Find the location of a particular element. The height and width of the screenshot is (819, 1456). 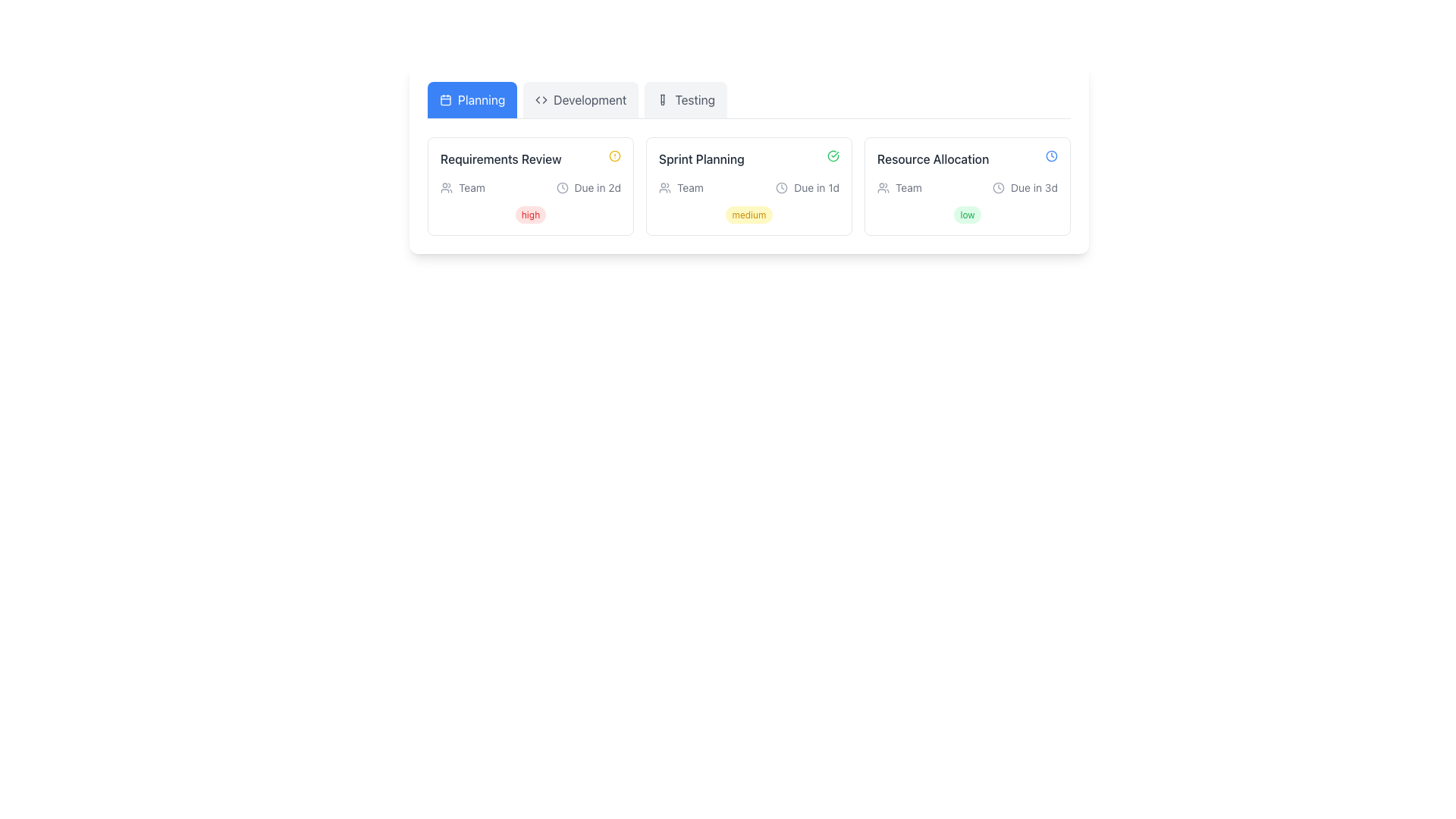

the 'Resource Allocation' task card located in the 'Planning' section is located at coordinates (967, 186).